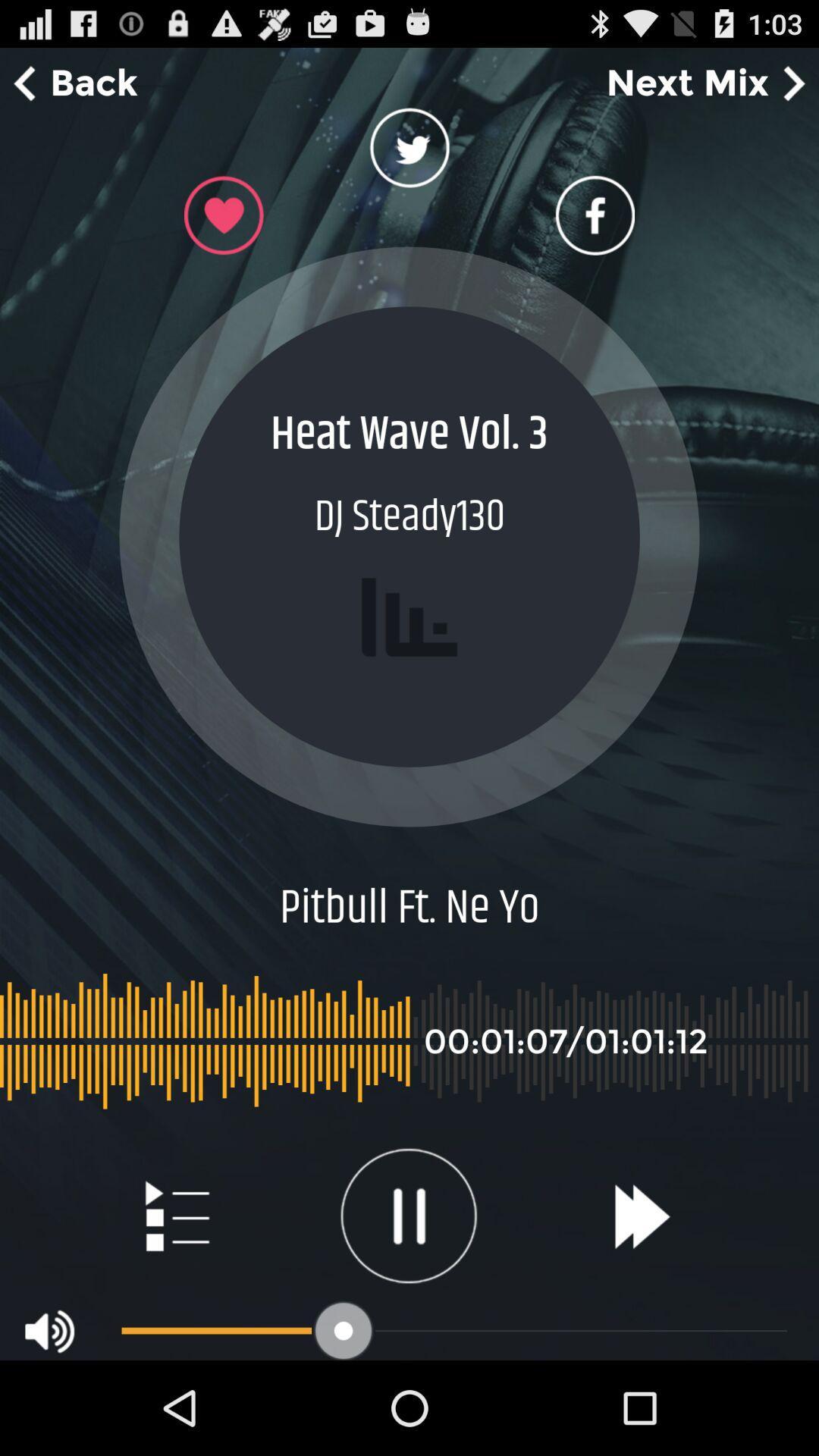  Describe the element at coordinates (175, 1216) in the screenshot. I see `menu settings link` at that location.